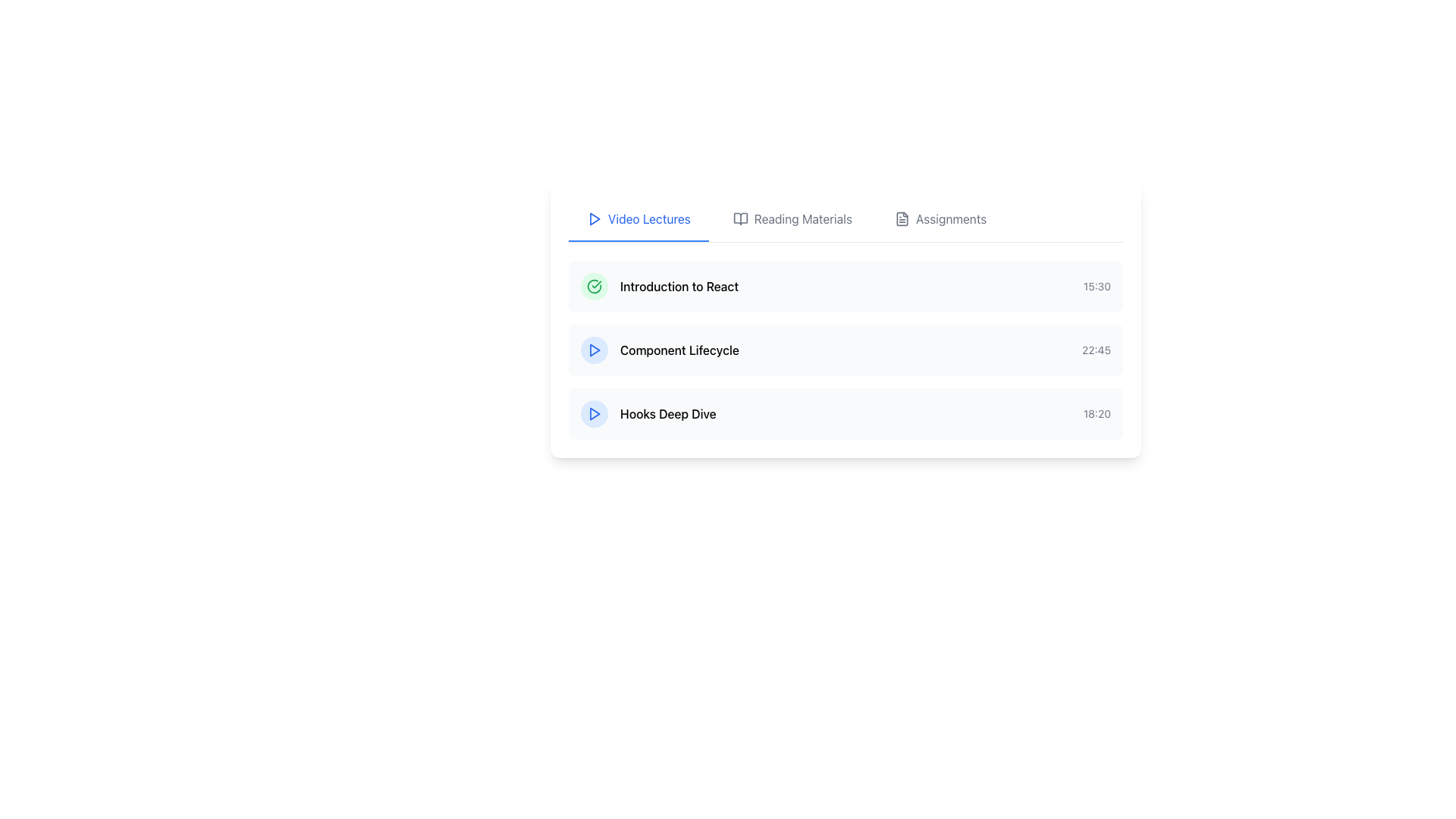 This screenshot has height=819, width=1456. I want to click on the green circular icon with a checkmark symbol, located to the left of the text 'Introduction to React', so click(593, 287).